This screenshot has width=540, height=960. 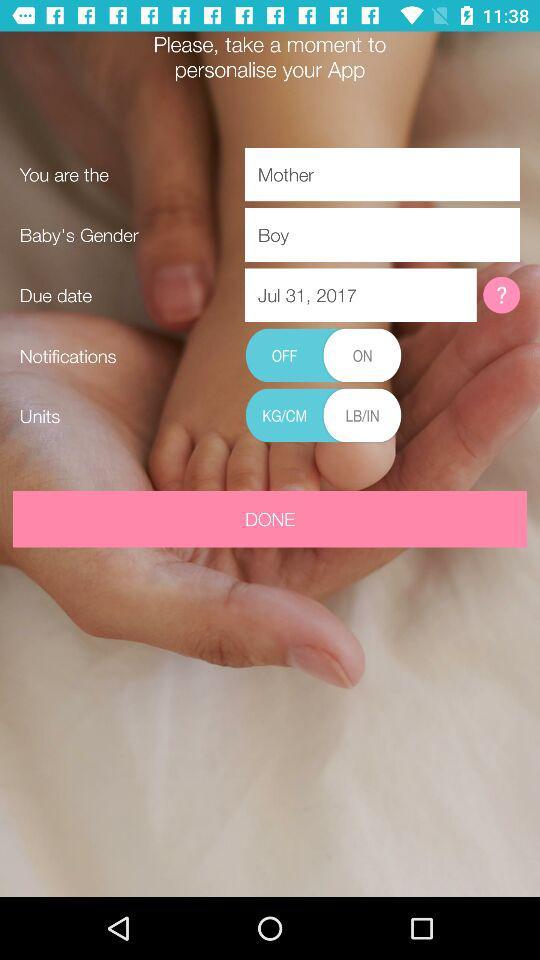 I want to click on choose your choice, so click(x=323, y=415).